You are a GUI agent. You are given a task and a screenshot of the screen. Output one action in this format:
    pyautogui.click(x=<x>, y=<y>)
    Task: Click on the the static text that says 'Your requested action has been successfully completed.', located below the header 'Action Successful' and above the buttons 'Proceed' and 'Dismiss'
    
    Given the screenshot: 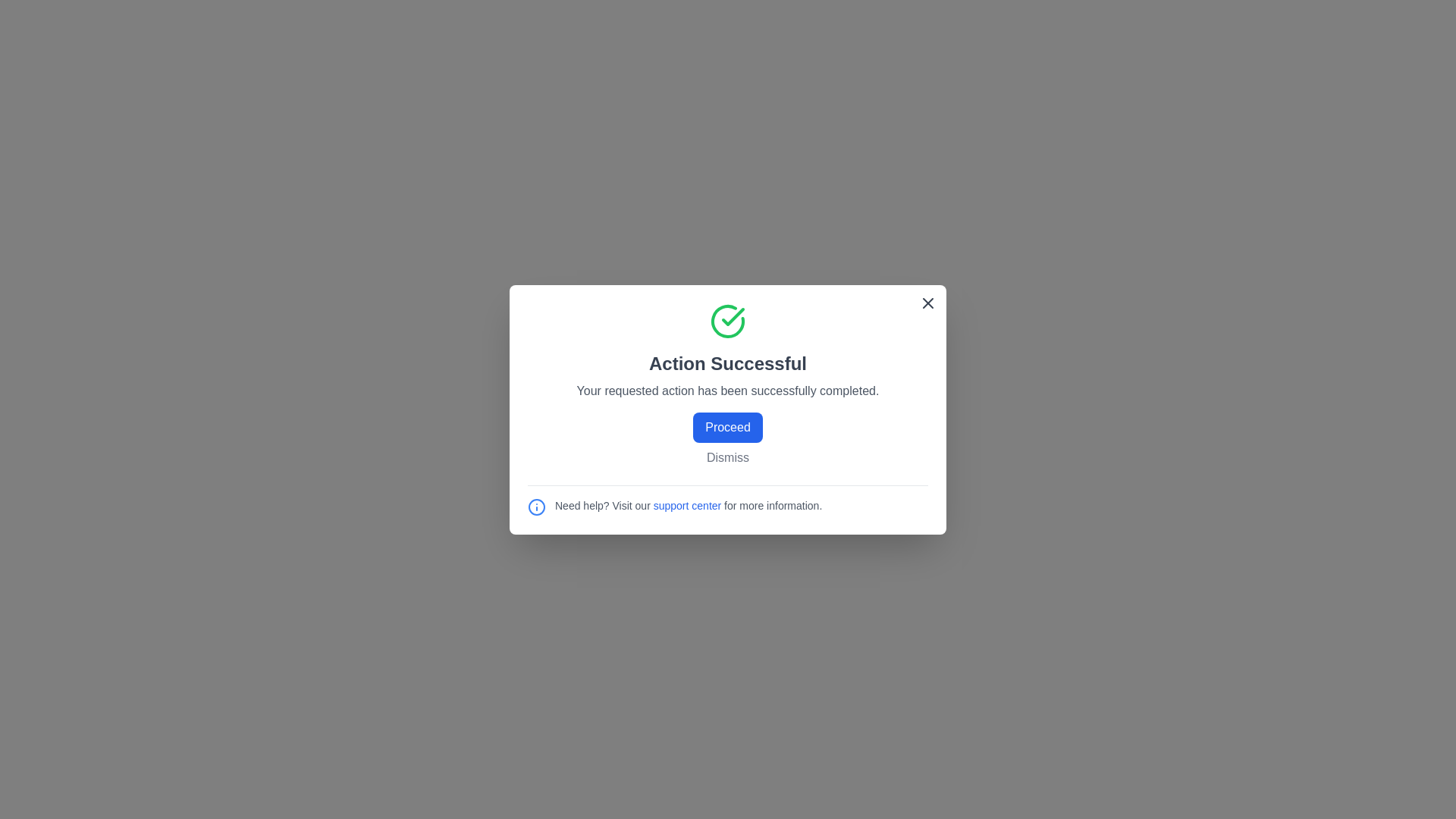 What is the action you would take?
    pyautogui.click(x=728, y=390)
    